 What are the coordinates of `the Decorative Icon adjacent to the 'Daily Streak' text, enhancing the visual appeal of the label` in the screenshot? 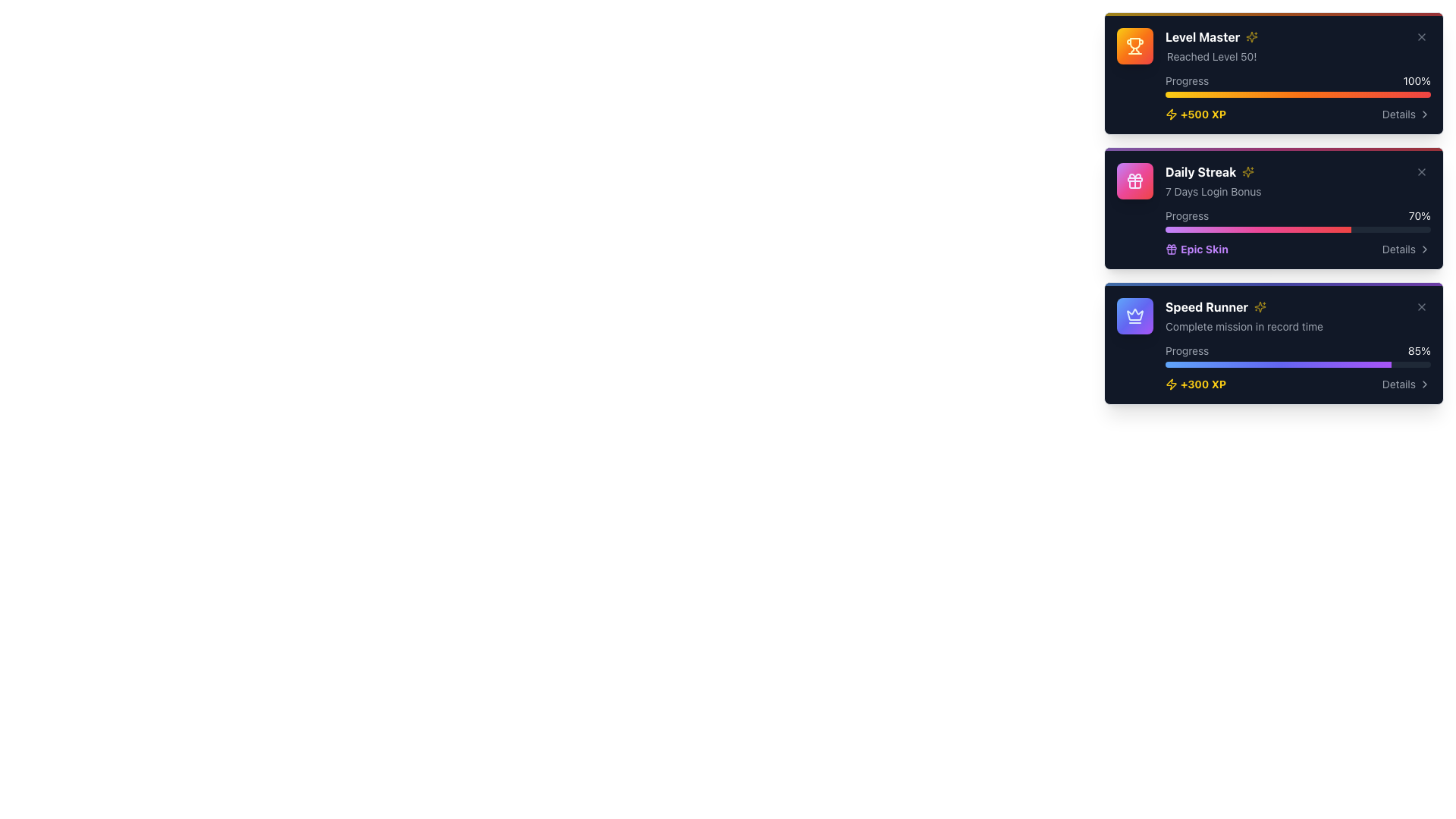 It's located at (1248, 171).